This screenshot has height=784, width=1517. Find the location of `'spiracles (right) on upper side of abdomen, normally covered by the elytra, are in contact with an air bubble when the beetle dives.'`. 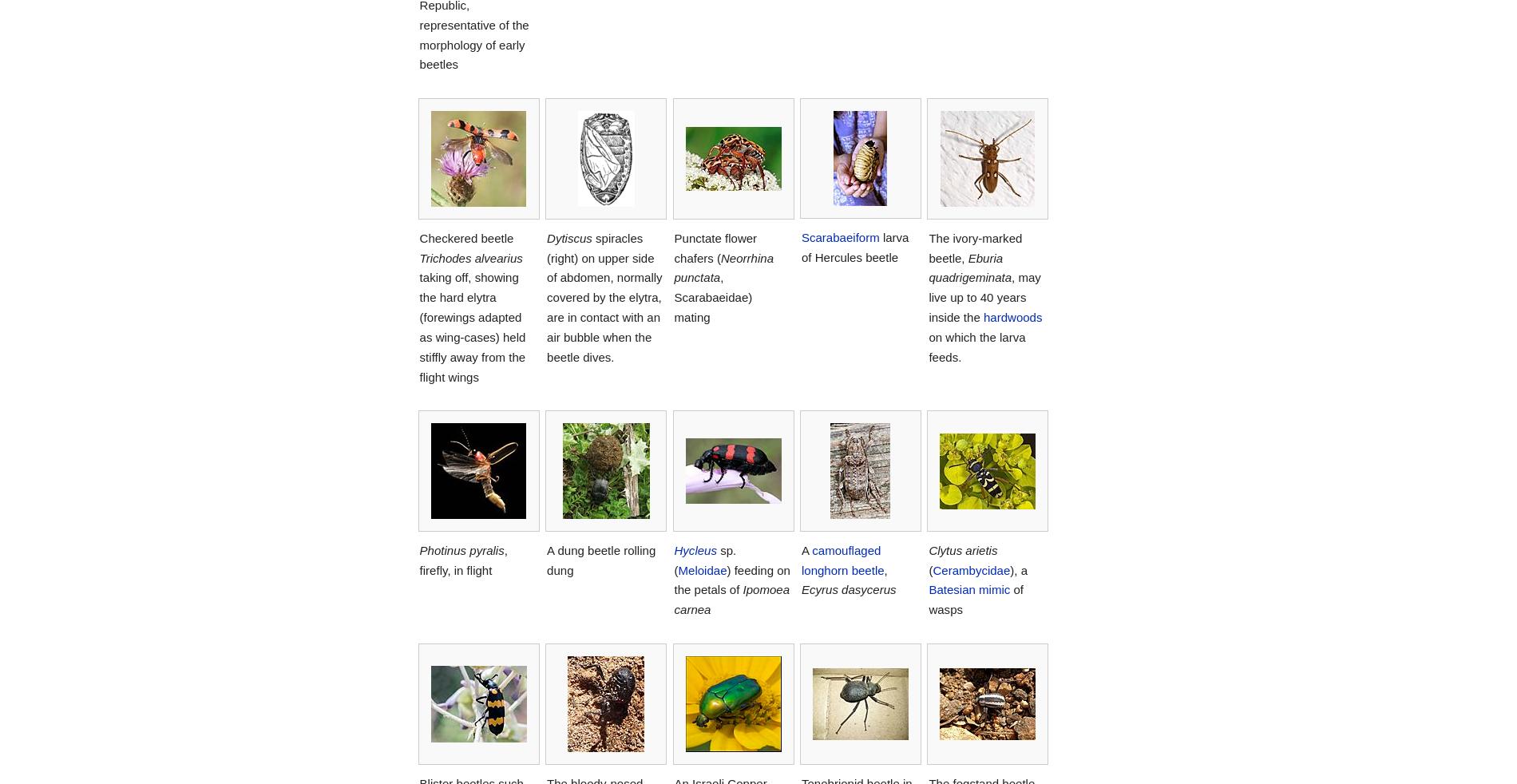

'spiracles (right) on upper side of abdomen, normally covered by the elytra, are in contact with an air bubble when the beetle dives.' is located at coordinates (603, 296).